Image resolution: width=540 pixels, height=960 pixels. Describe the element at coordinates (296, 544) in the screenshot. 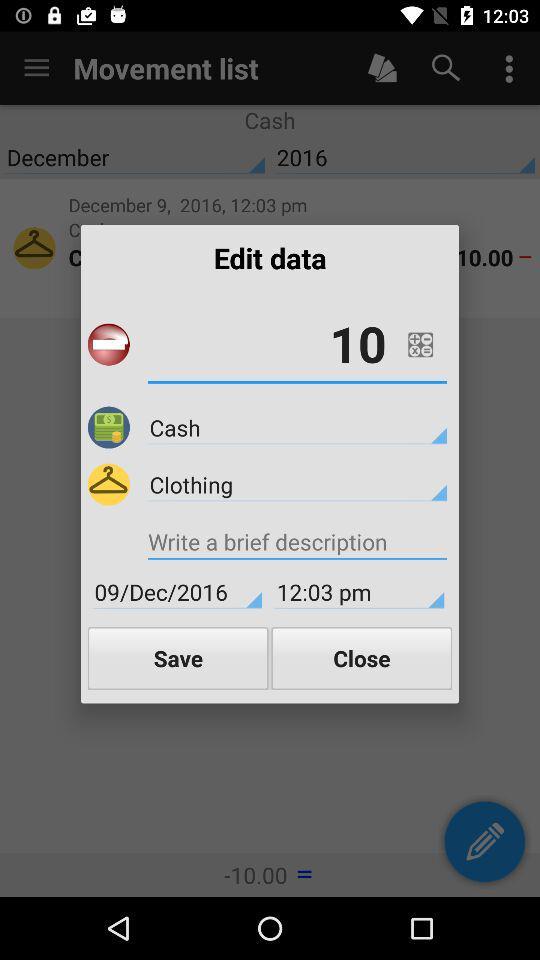

I see `icon below clothing item` at that location.